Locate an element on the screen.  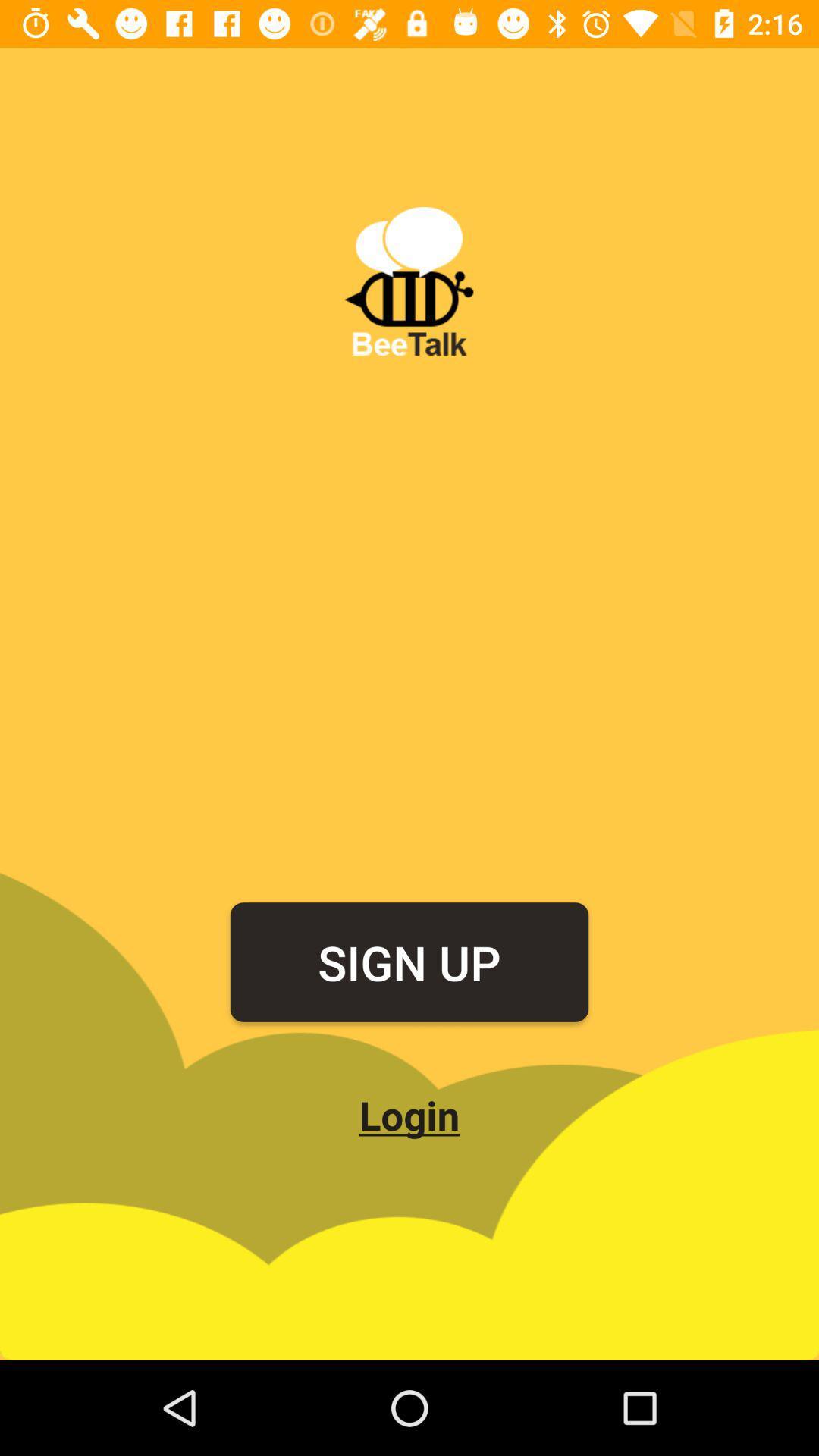
sign up icon is located at coordinates (409, 961).